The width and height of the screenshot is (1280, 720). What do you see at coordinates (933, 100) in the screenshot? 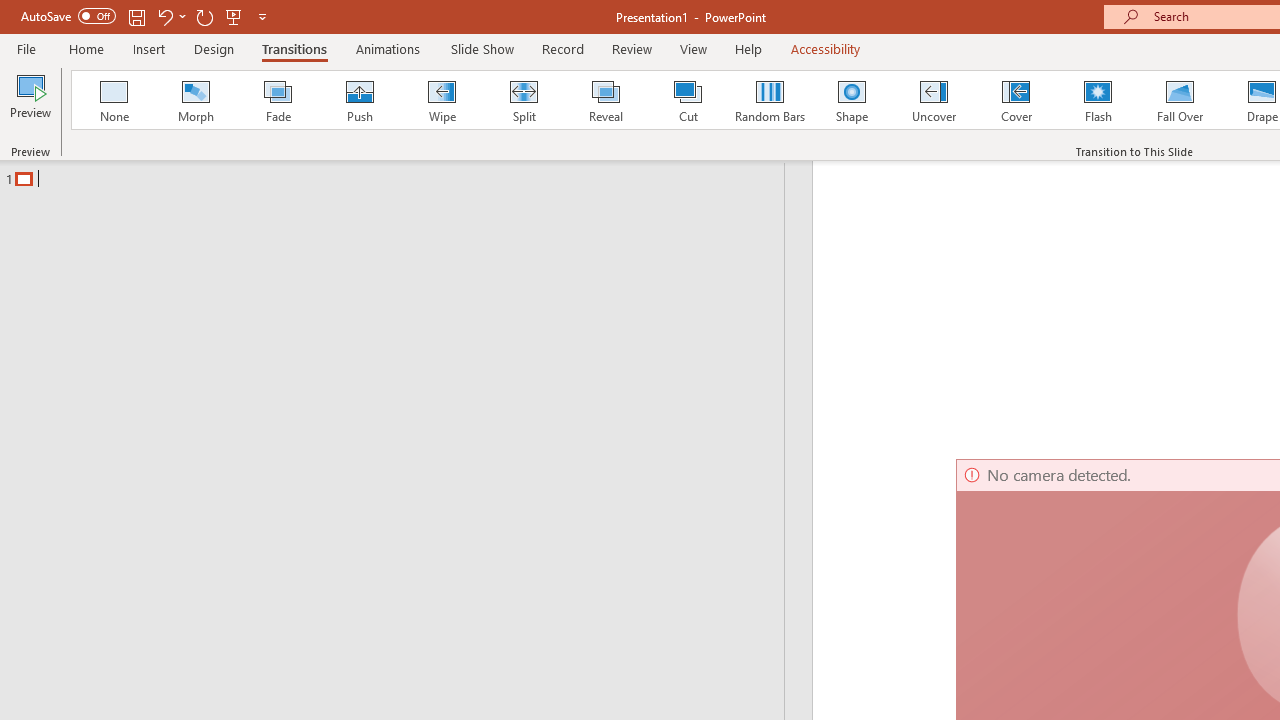
I see `'Uncover'` at bounding box center [933, 100].